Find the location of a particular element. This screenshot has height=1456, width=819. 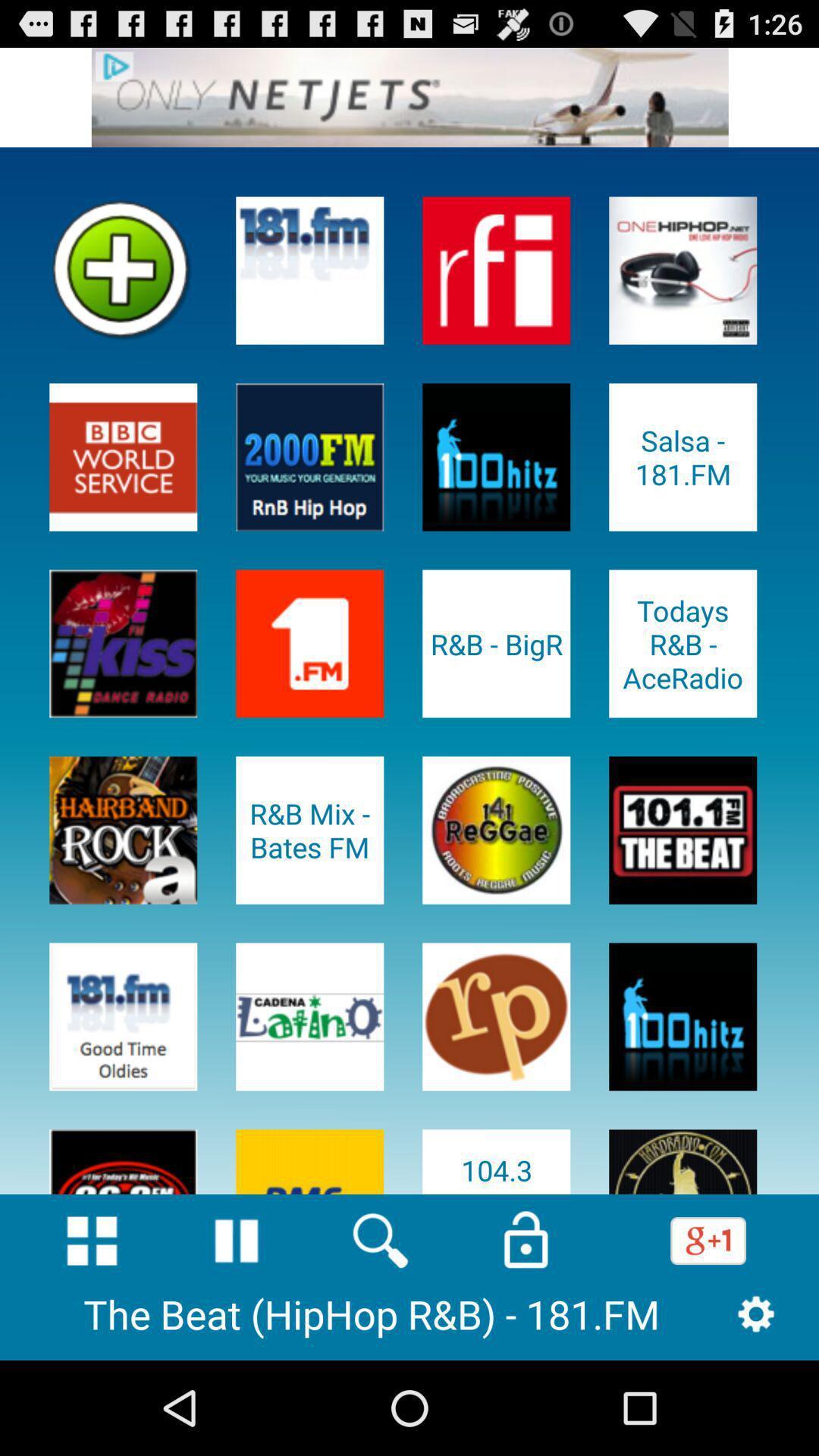

settings is located at coordinates (756, 1313).